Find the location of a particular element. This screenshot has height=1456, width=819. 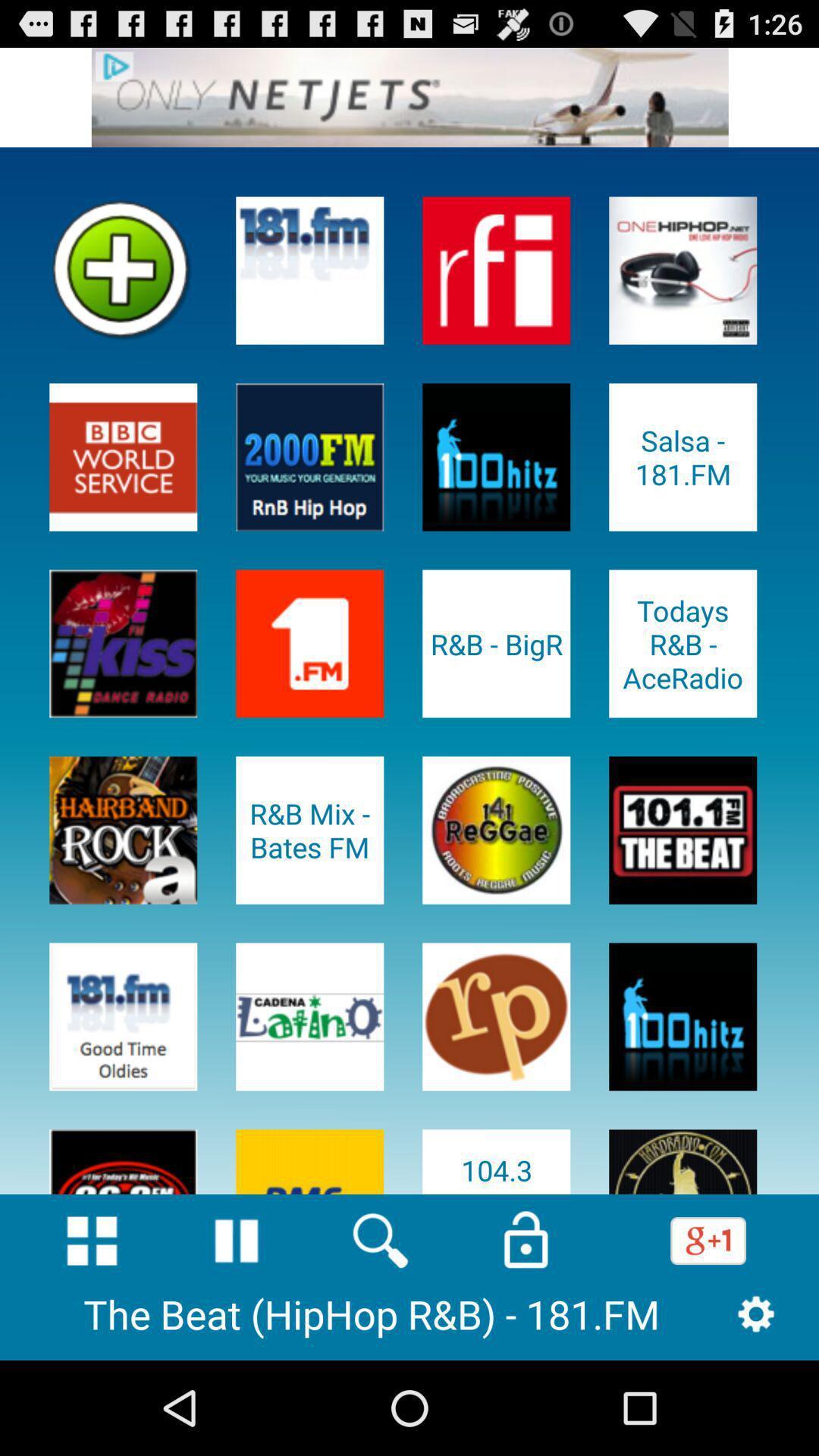

settings is located at coordinates (756, 1313).